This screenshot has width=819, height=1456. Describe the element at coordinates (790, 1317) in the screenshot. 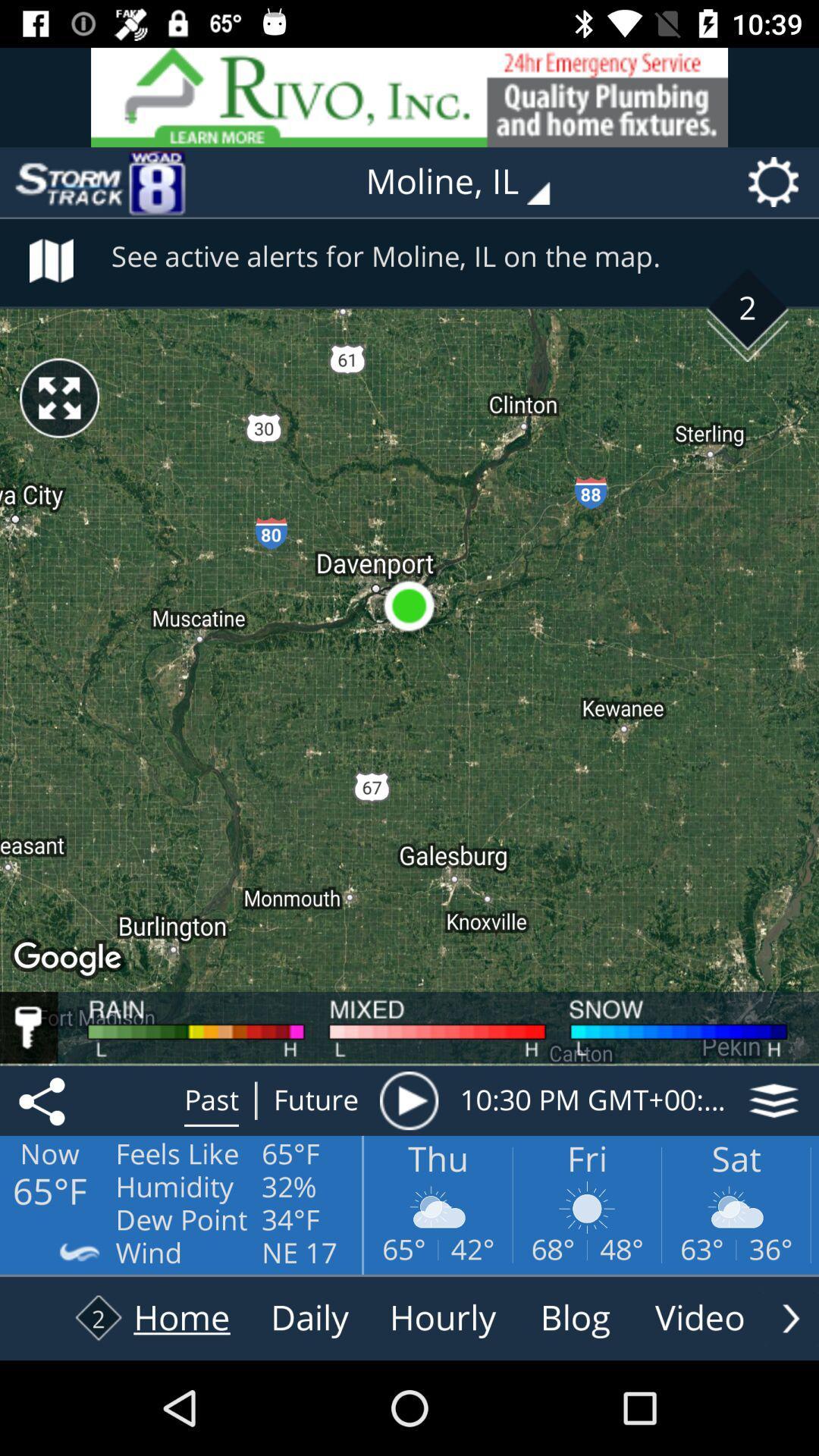

I see `the arrow_forward icon` at that location.